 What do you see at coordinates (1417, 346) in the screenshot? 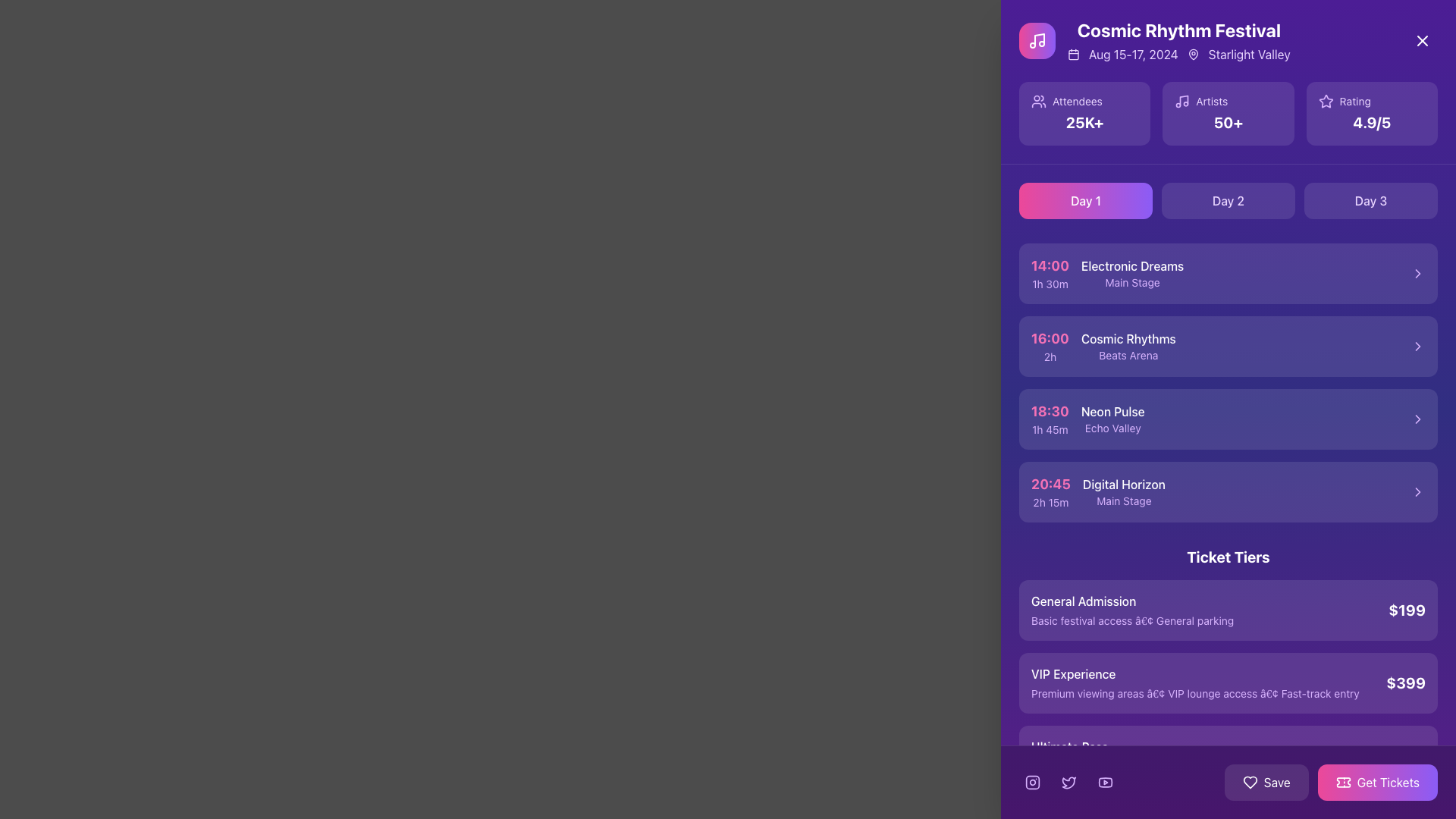
I see `the chevron icon located at the far-right side of the list item for the event '16:00 Cosmic Rhythms Beats Arena'` at bounding box center [1417, 346].